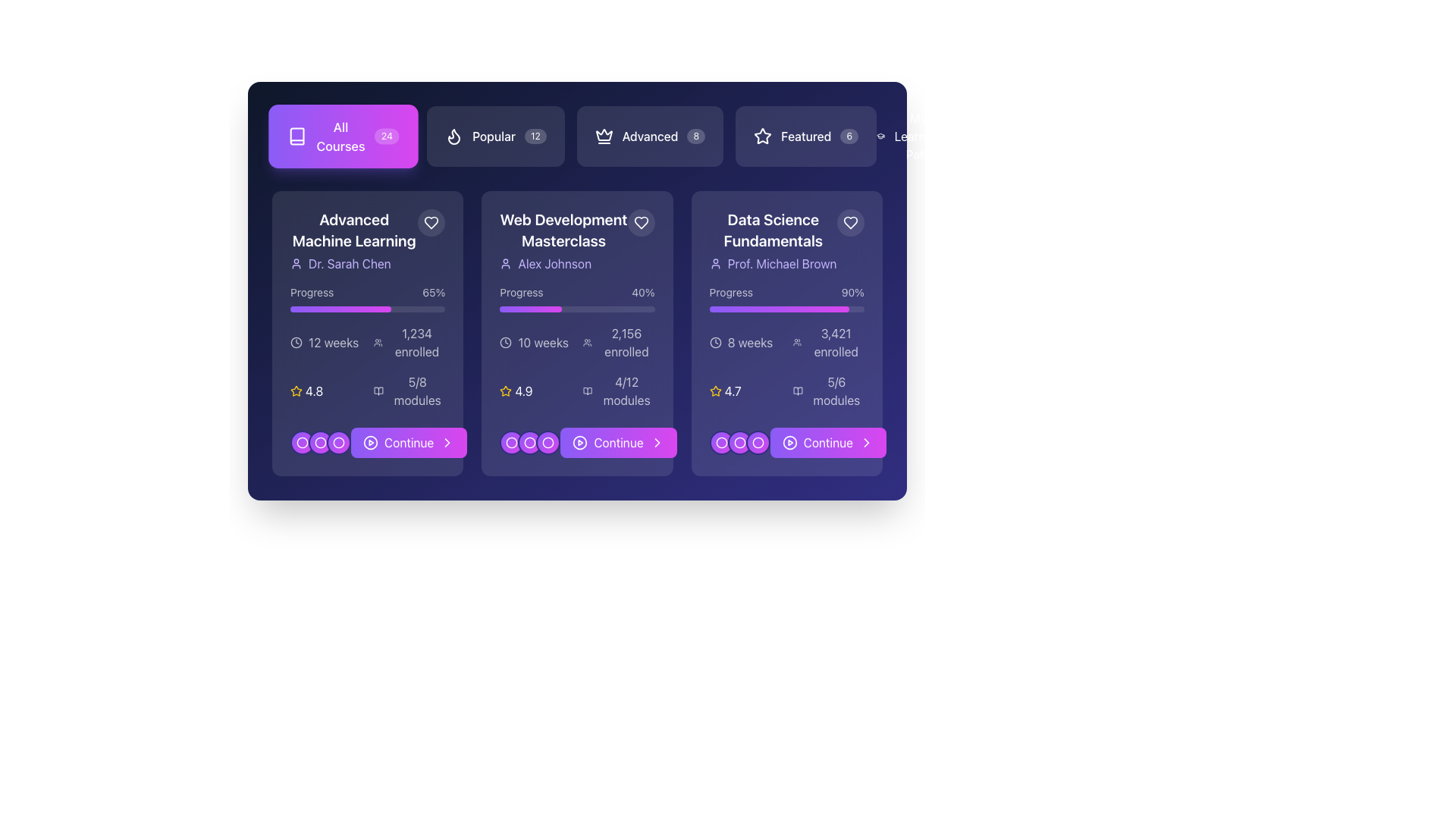 This screenshot has height=819, width=1456. What do you see at coordinates (417, 342) in the screenshot?
I see `information displayed in the text label that shows '1,234 enrolled' within the 'Advanced Machine Learning' card, located centrally in the second row` at bounding box center [417, 342].